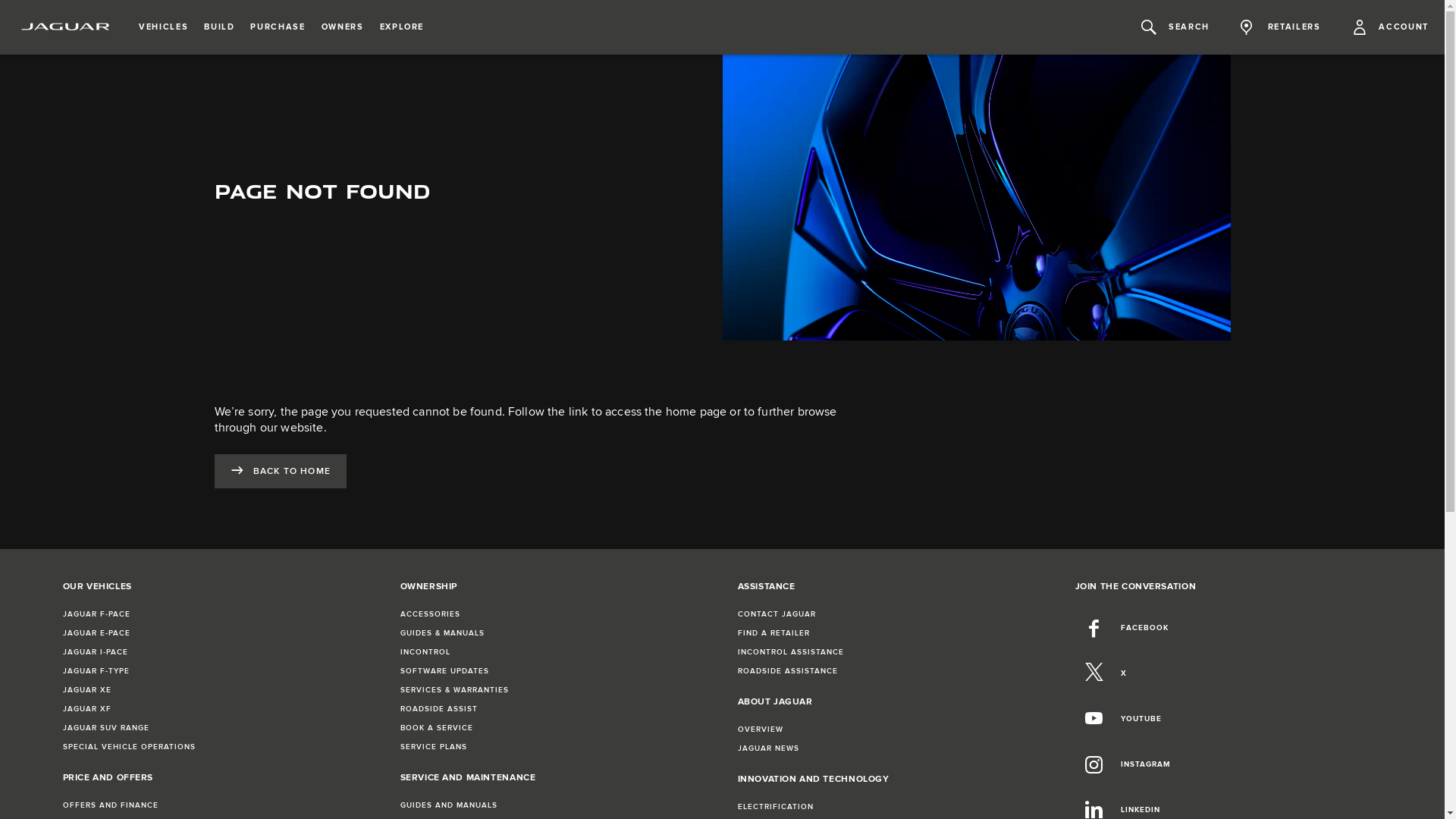 This screenshot has height=819, width=1456. What do you see at coordinates (441, 632) in the screenshot?
I see `'GUIDES & MANUALS'` at bounding box center [441, 632].